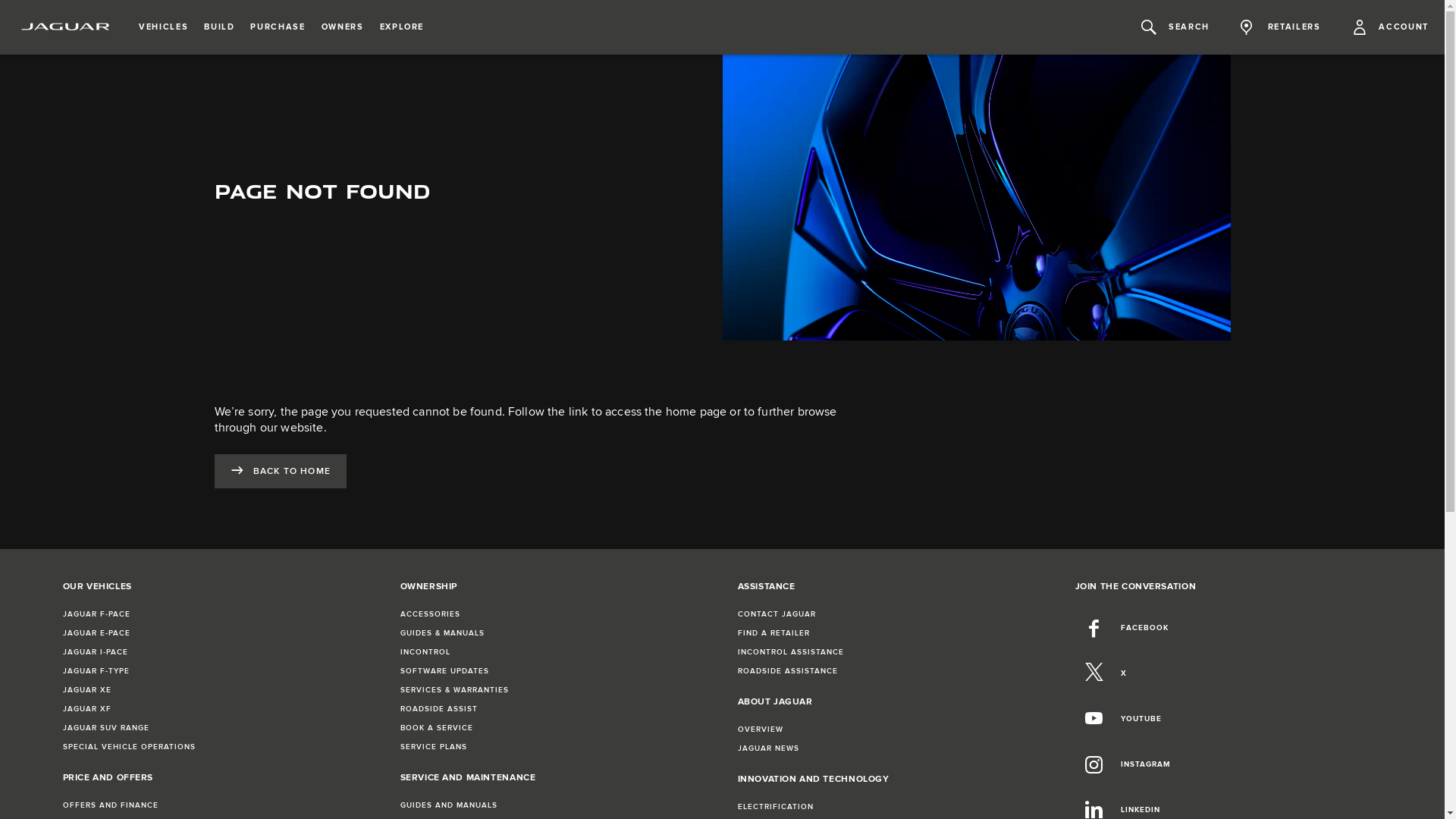 This screenshot has height=819, width=1456. What do you see at coordinates (441, 632) in the screenshot?
I see `'GUIDES & MANUALS'` at bounding box center [441, 632].